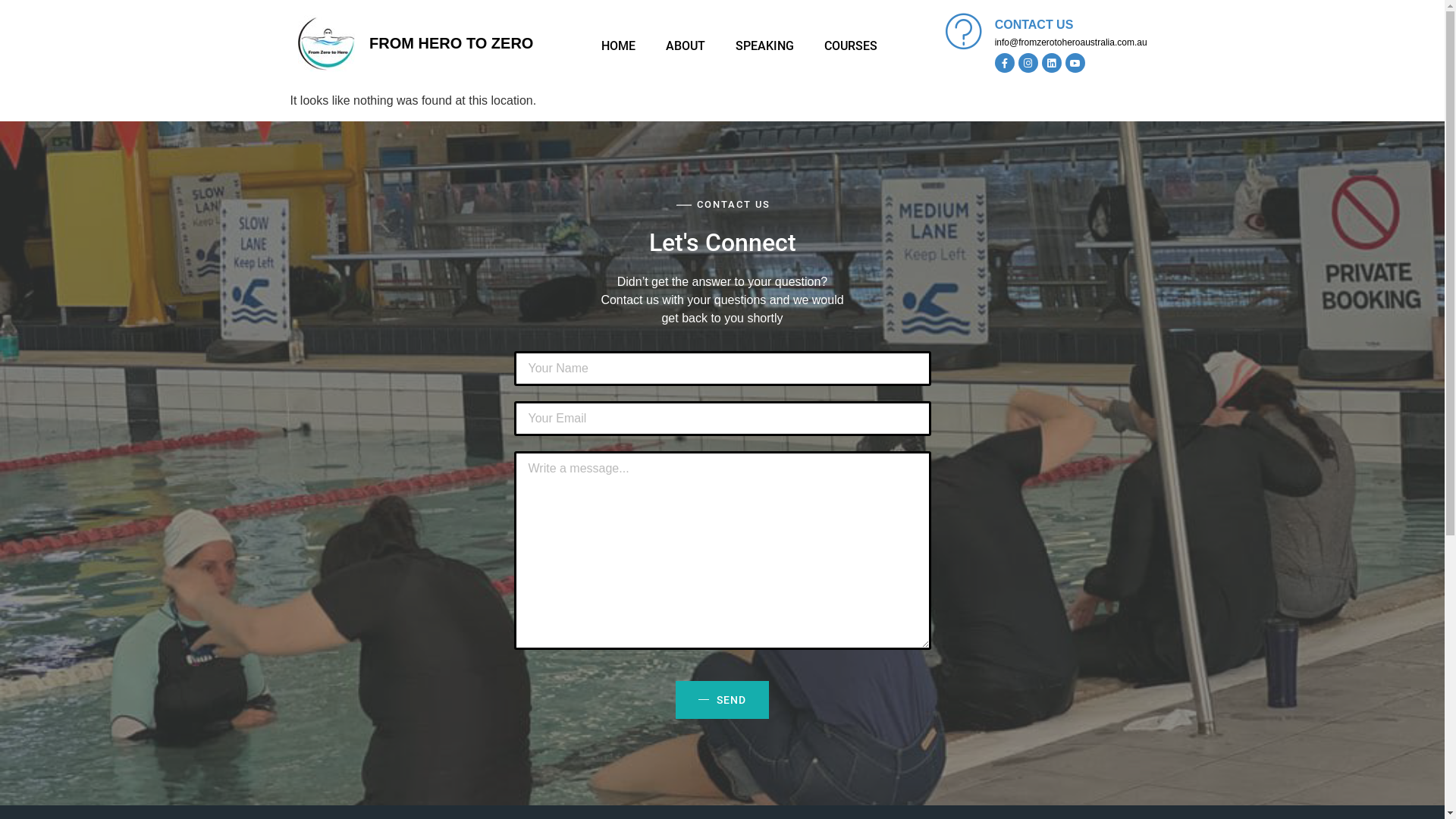  Describe the element at coordinates (369, 42) in the screenshot. I see `'FROM HERO TO ZERO'` at that location.